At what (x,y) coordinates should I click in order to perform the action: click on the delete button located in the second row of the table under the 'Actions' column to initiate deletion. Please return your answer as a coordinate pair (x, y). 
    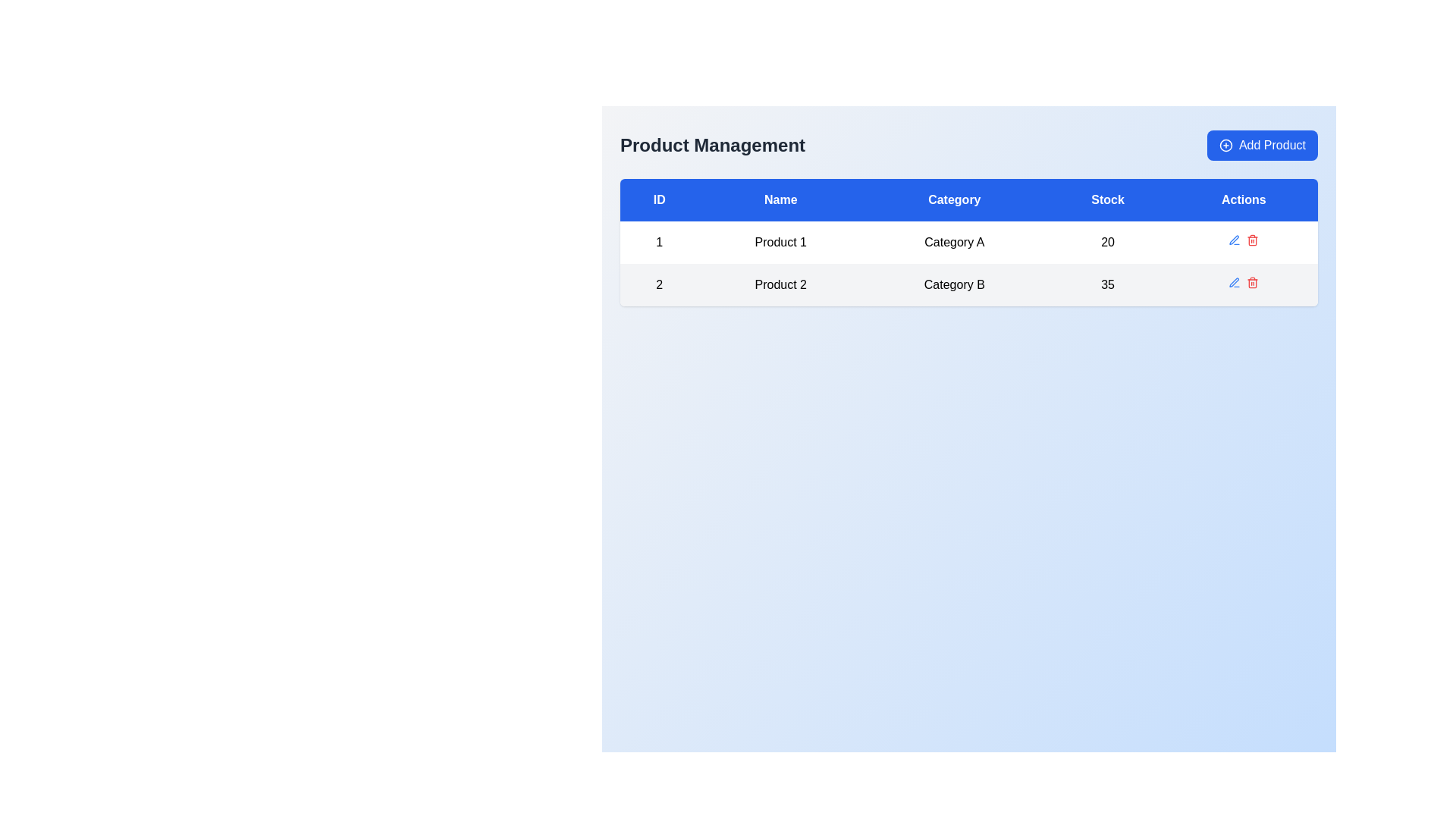
    Looking at the image, I should click on (1253, 283).